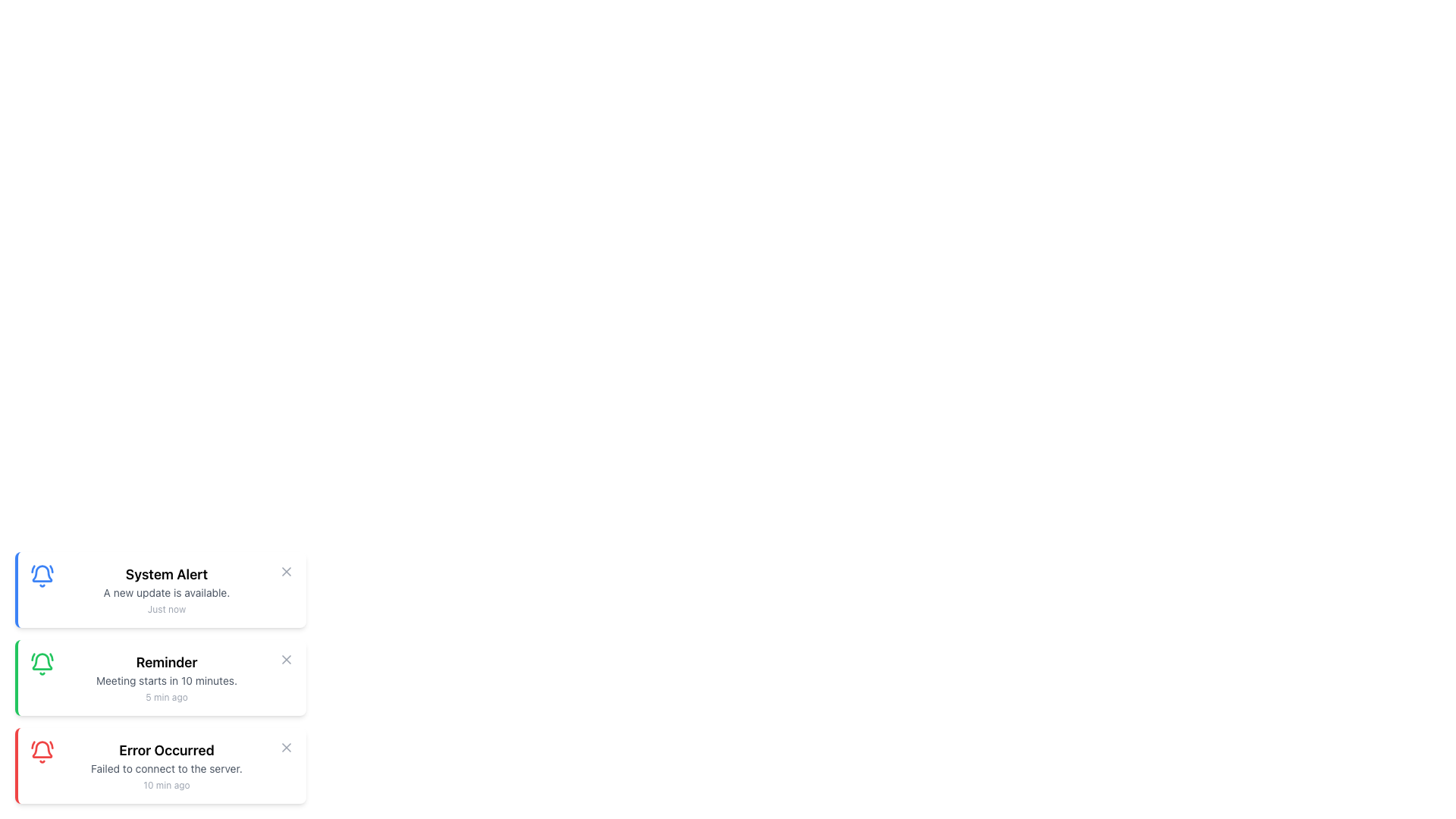  I want to click on the red bell icon indicating an alert located above the 'Error Occurred' text in the alert box, so click(42, 752).